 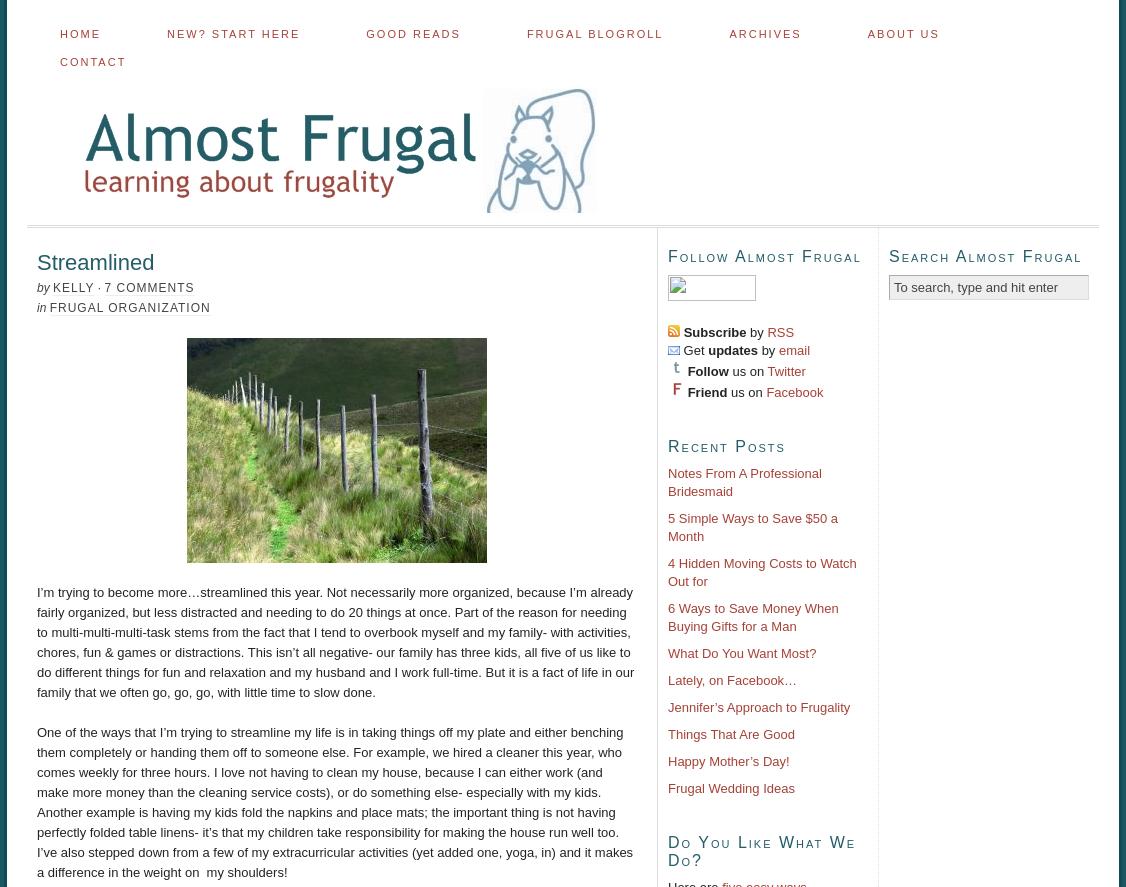 I want to click on 'About Kyle', so click(x=867, y=145).